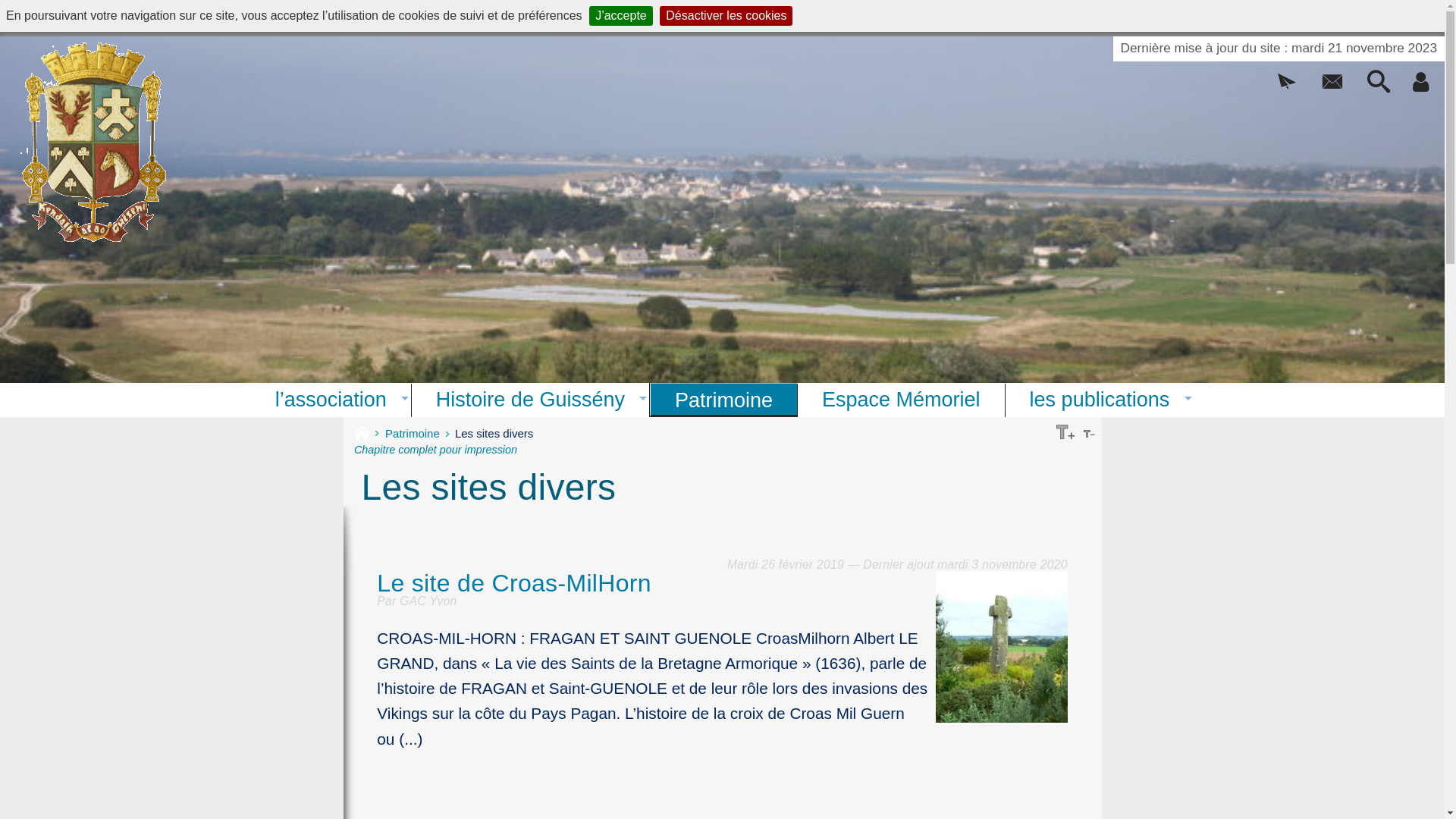 This screenshot has width=1456, height=819. What do you see at coordinates (1063, 431) in the screenshot?
I see `'Augmenter police'` at bounding box center [1063, 431].